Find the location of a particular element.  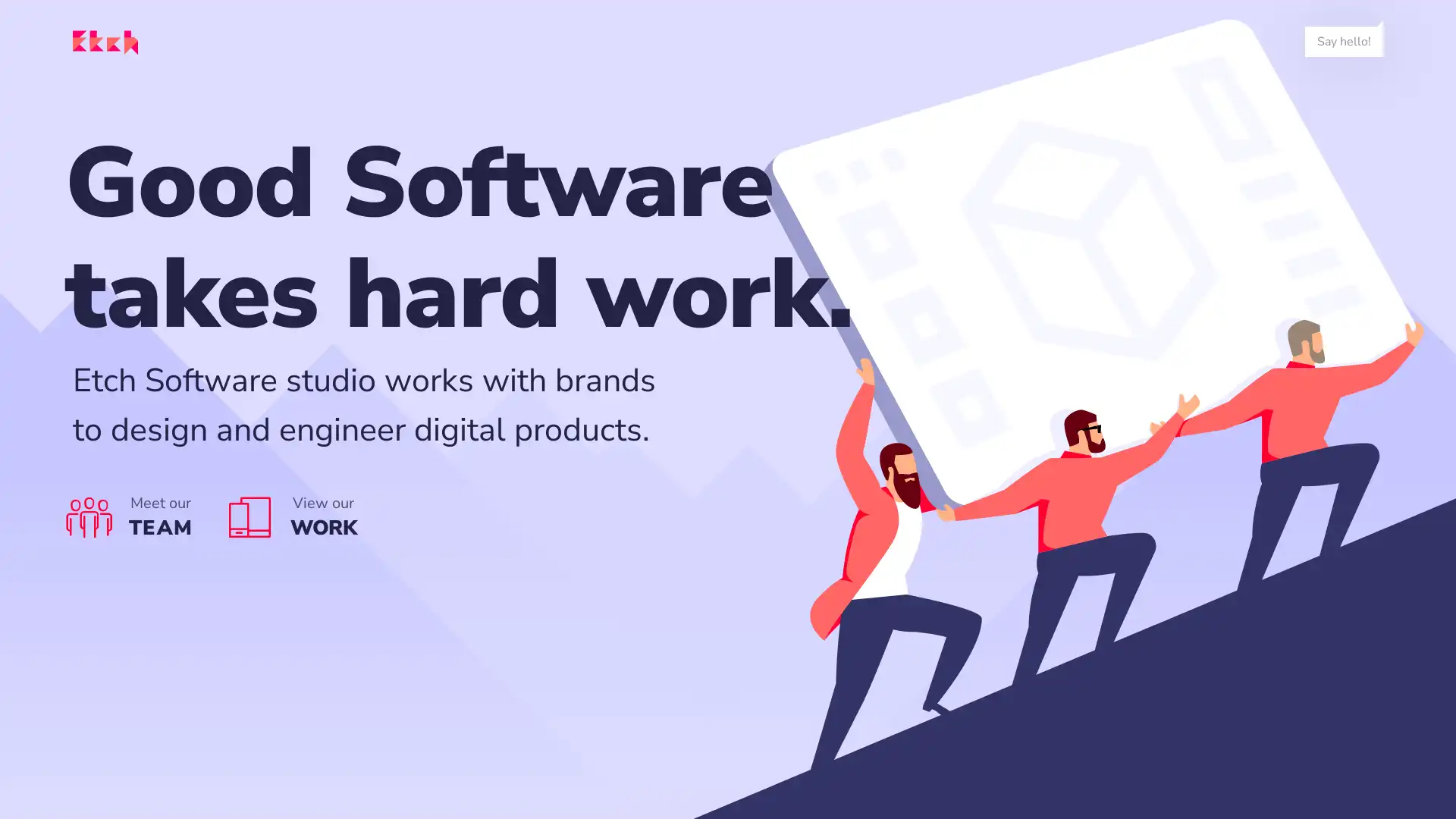

Open the contact details modal is located at coordinates (1344, 40).